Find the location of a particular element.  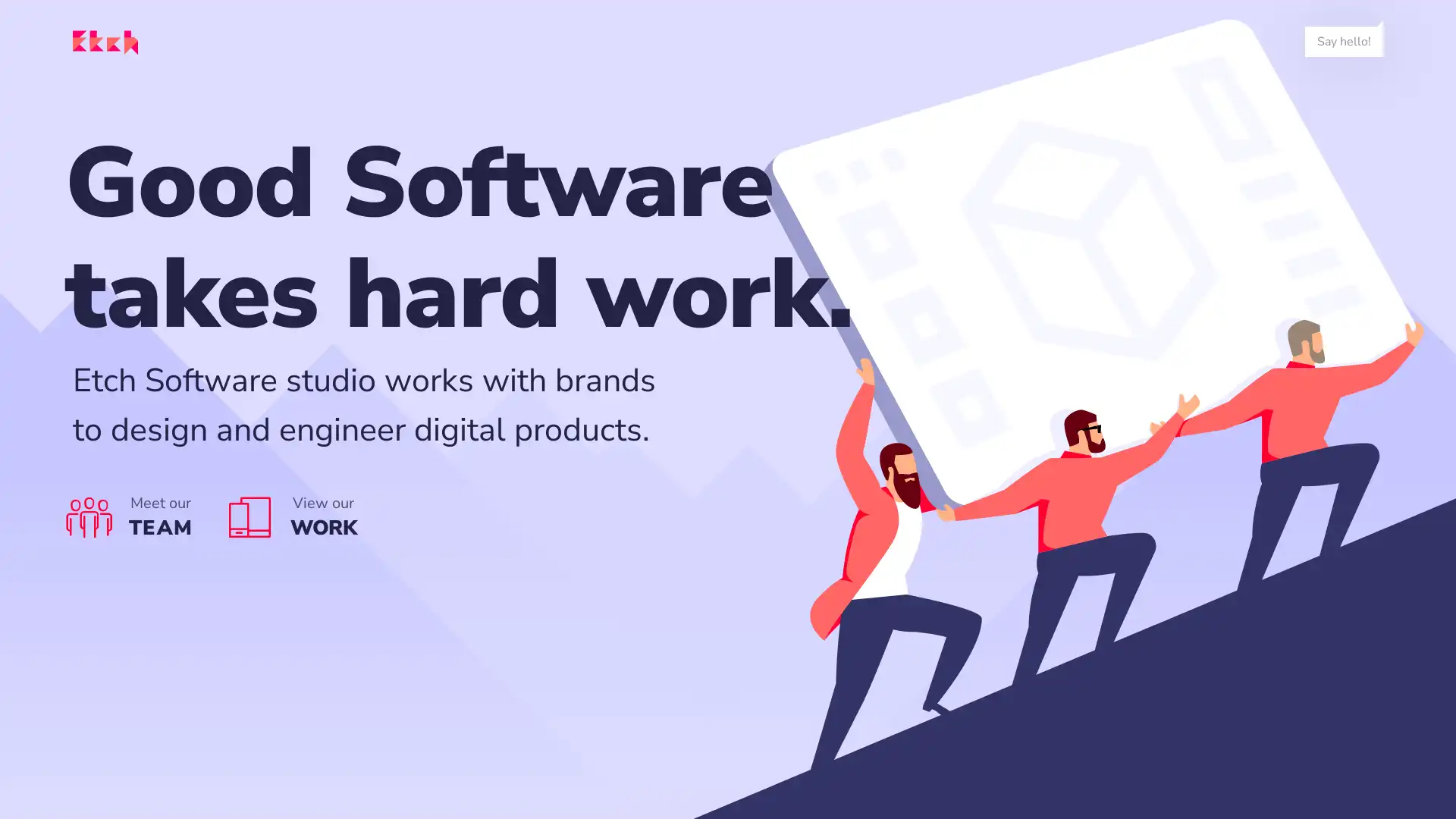

Open the contact details modal is located at coordinates (1344, 40).